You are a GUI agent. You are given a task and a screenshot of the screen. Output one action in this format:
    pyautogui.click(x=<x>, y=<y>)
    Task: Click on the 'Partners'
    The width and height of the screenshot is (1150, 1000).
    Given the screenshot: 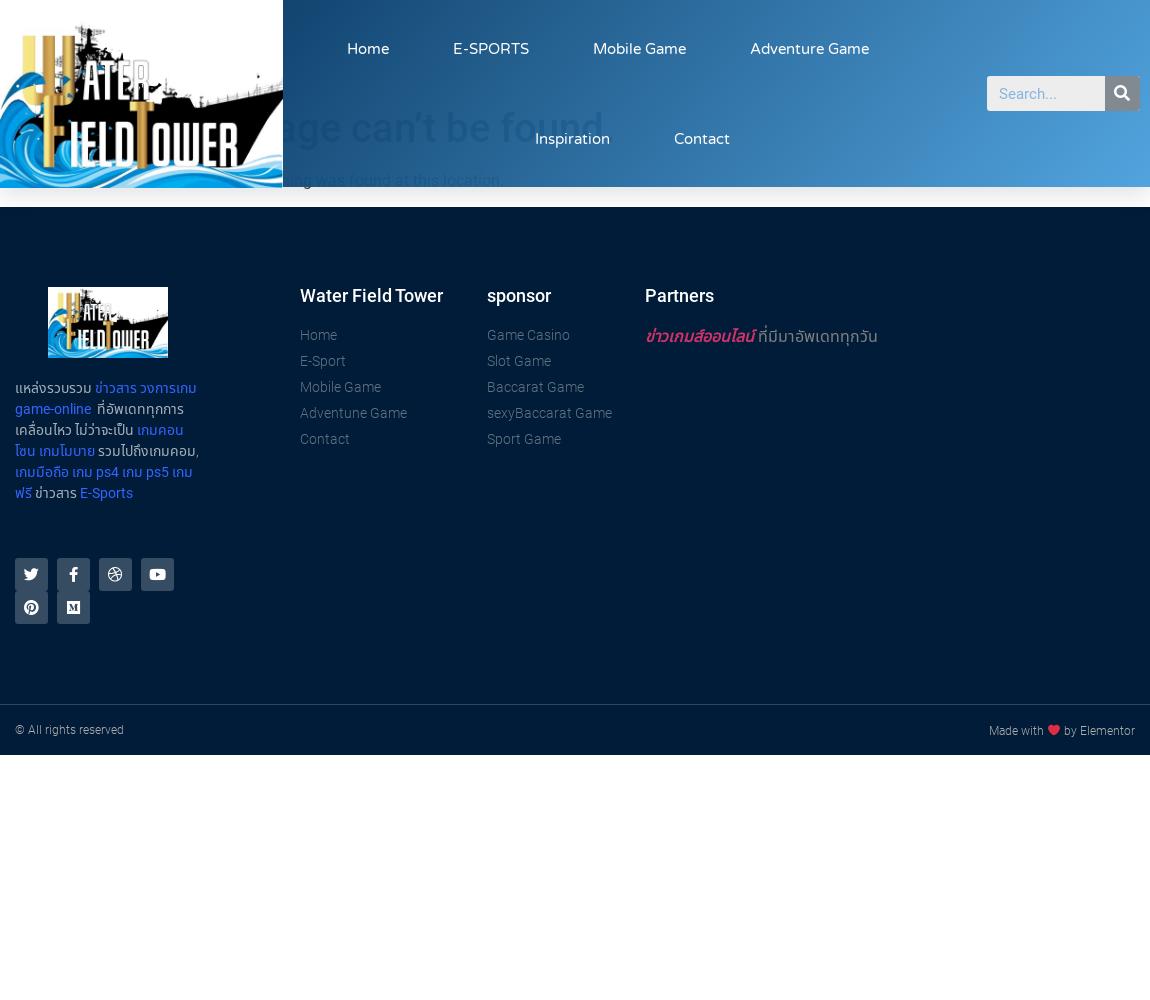 What is the action you would take?
    pyautogui.click(x=677, y=295)
    